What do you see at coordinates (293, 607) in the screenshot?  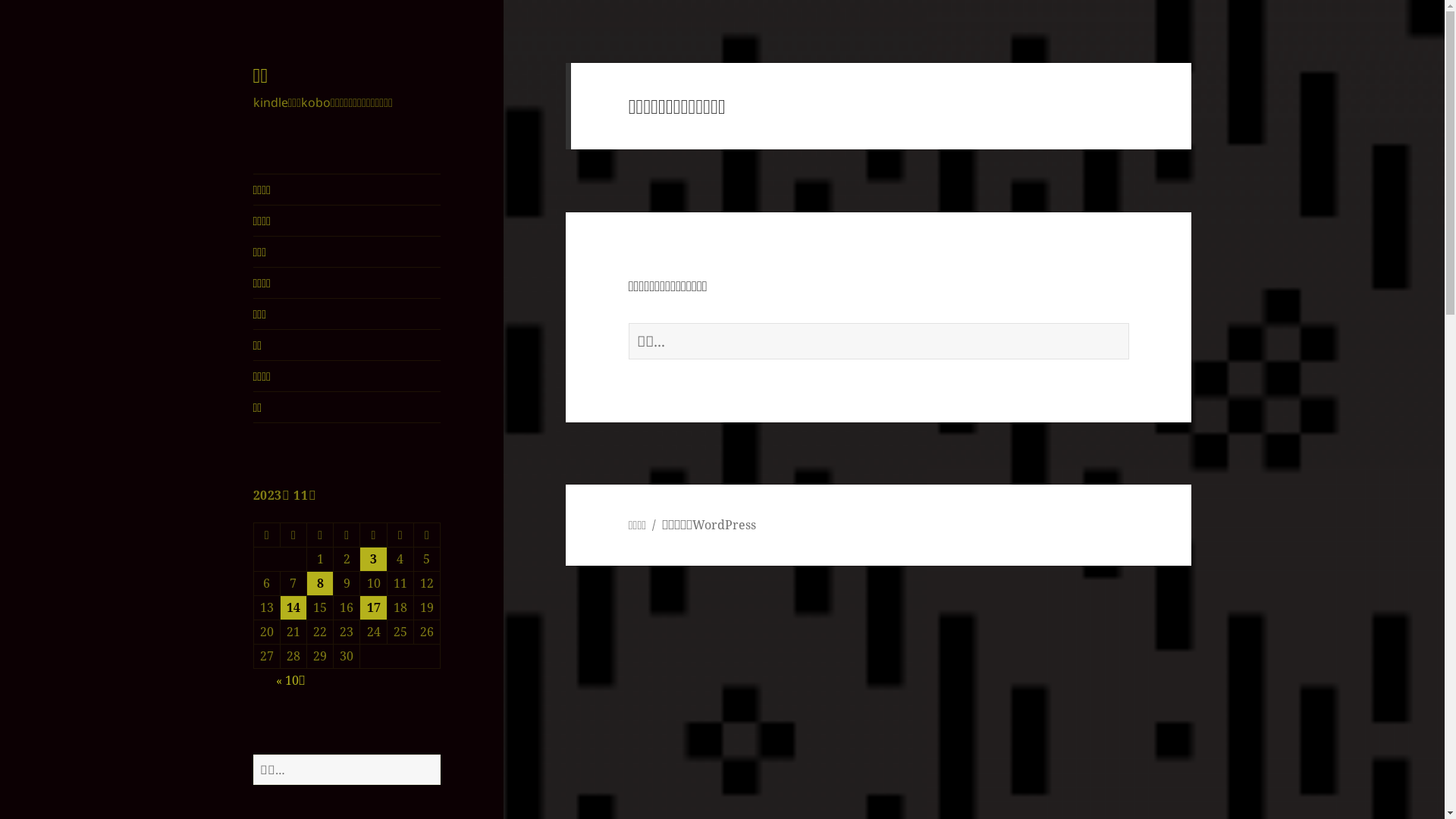 I see `'14'` at bounding box center [293, 607].